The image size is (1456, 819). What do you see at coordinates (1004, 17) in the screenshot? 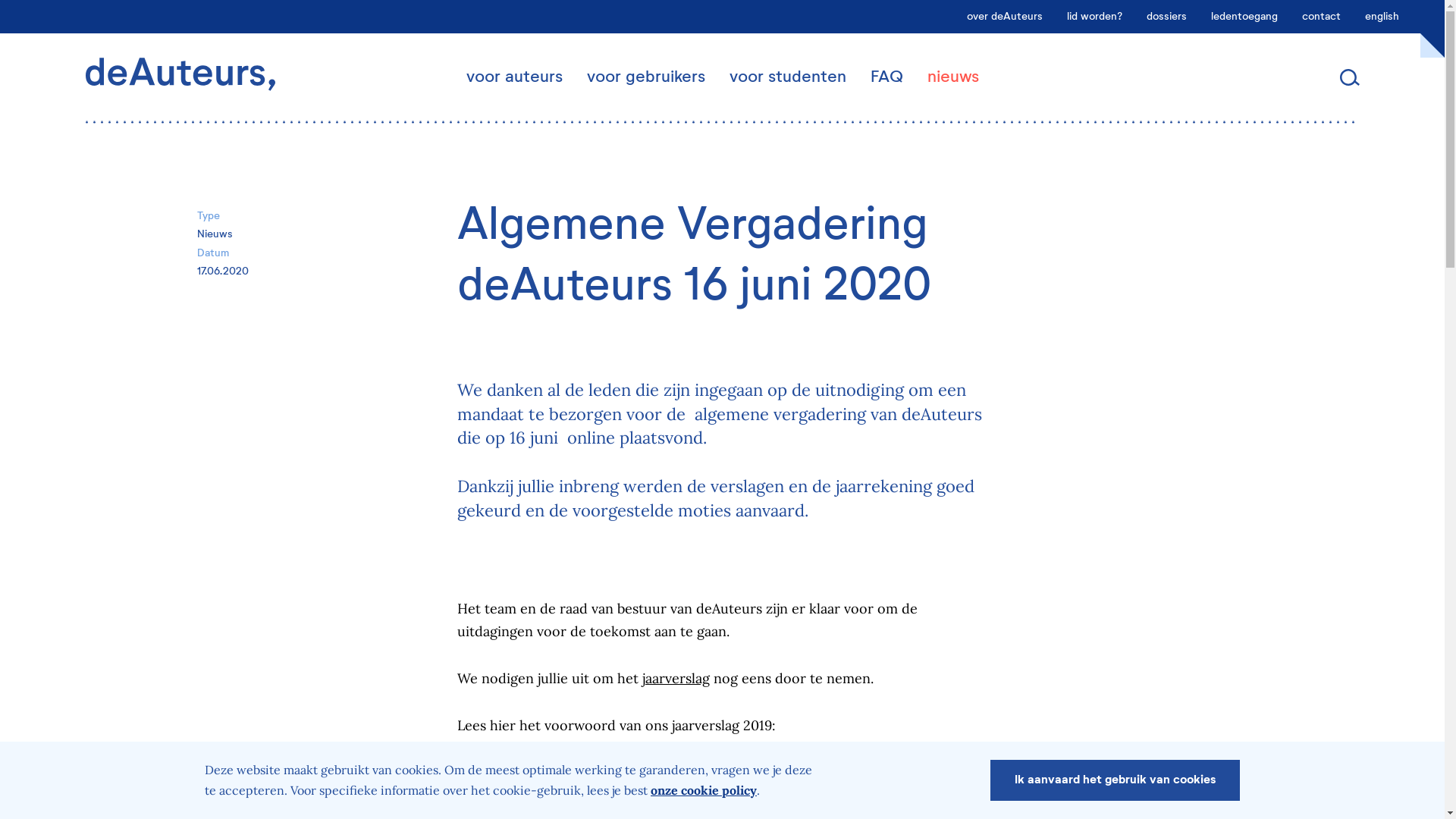
I see `'over deAuteurs'` at bounding box center [1004, 17].